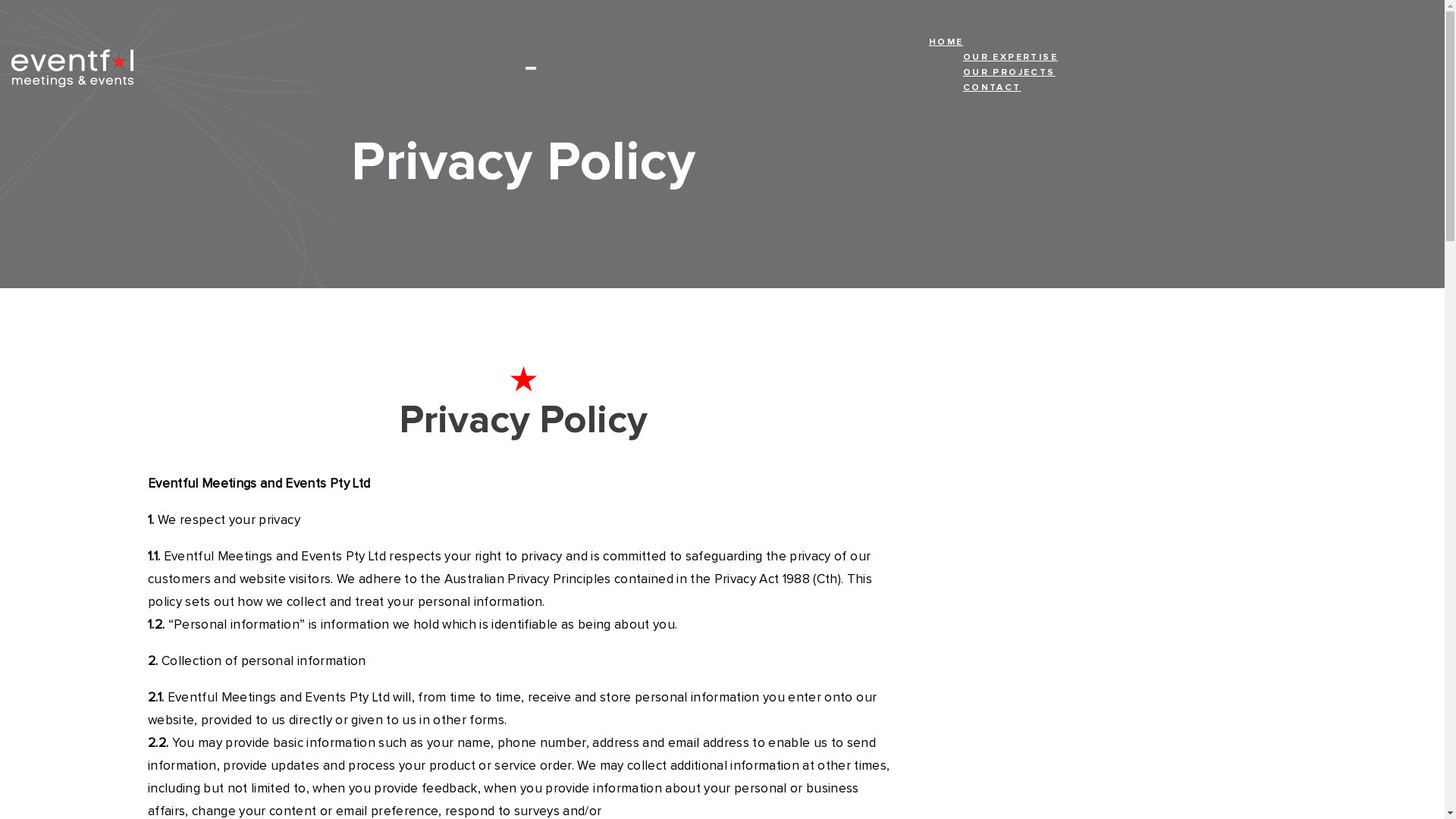 The image size is (1456, 819). I want to click on 'OUR PROJECTS', so click(962, 76).